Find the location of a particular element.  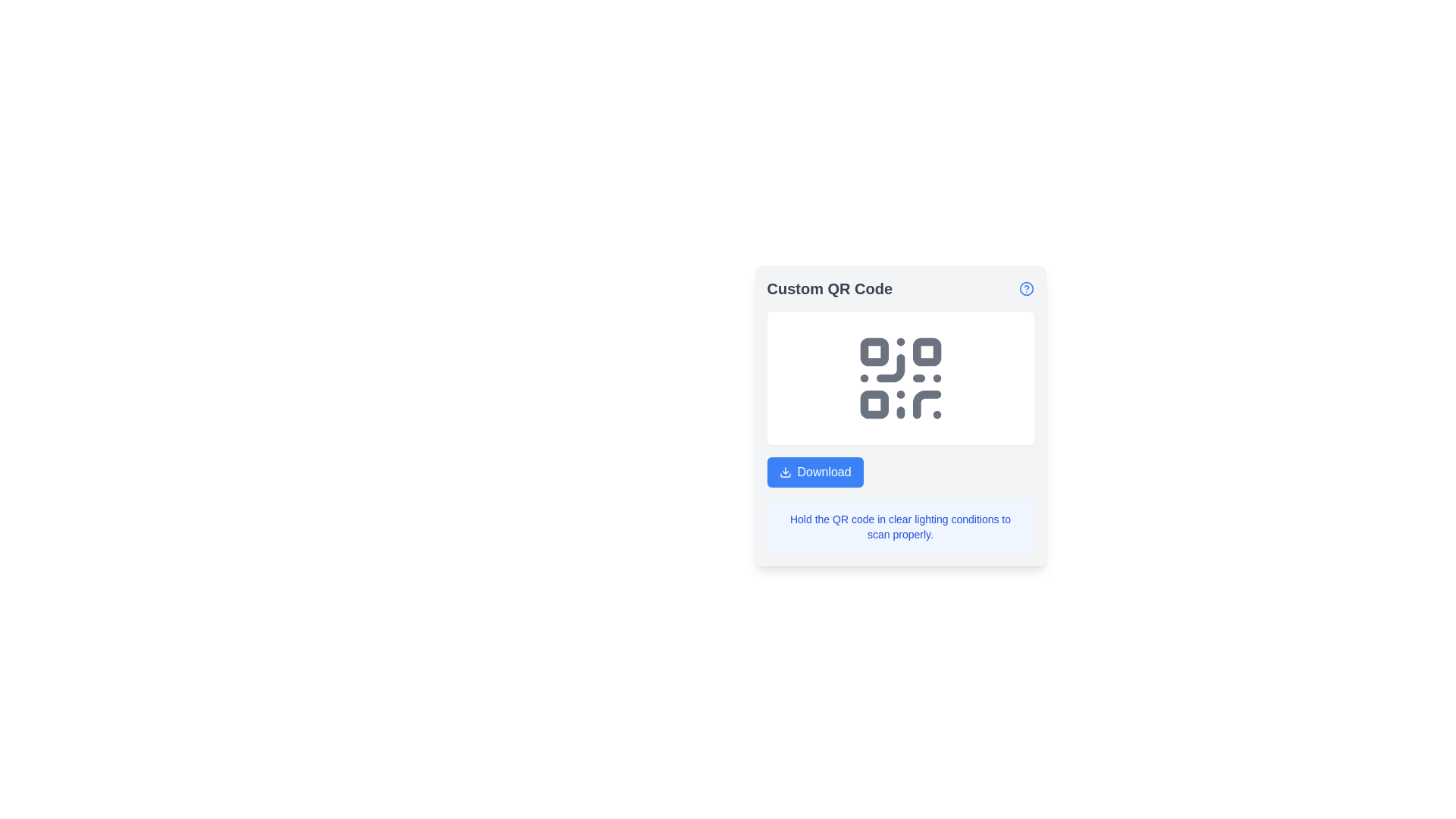

the decorative or navigational vector graphic circle located in the upper-right corner of the QR code generation widget is located at coordinates (1026, 289).